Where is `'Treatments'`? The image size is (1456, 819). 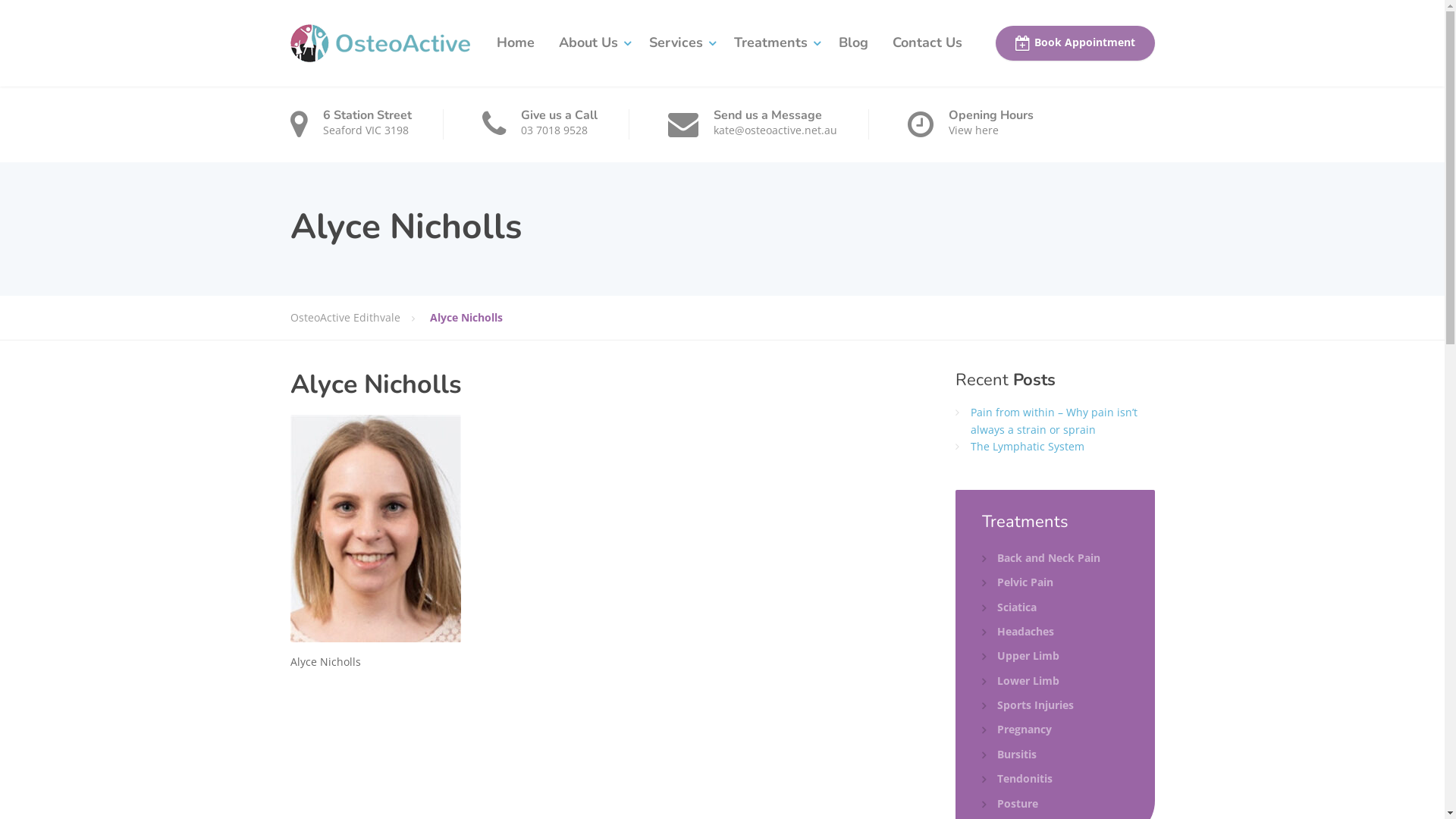
'Treatments' is located at coordinates (774, 42).